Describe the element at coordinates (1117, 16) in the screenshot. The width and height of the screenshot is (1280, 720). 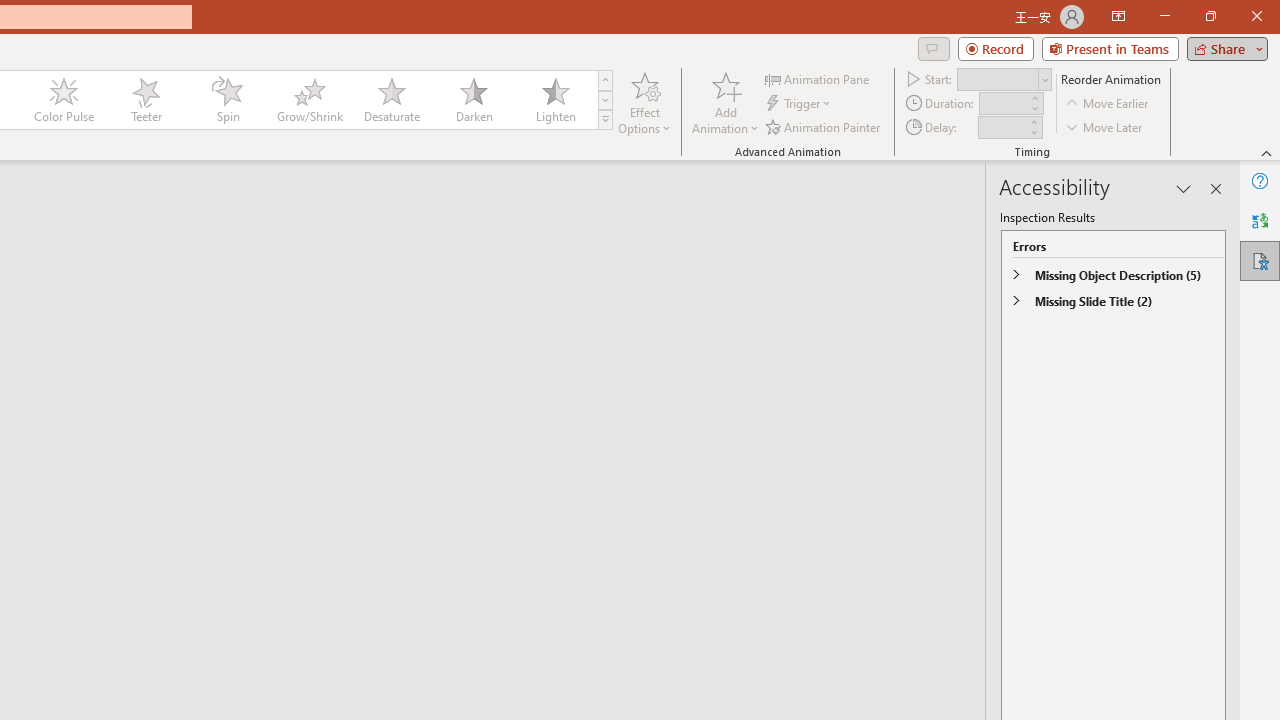
I see `'Ribbon Display Options'` at that location.